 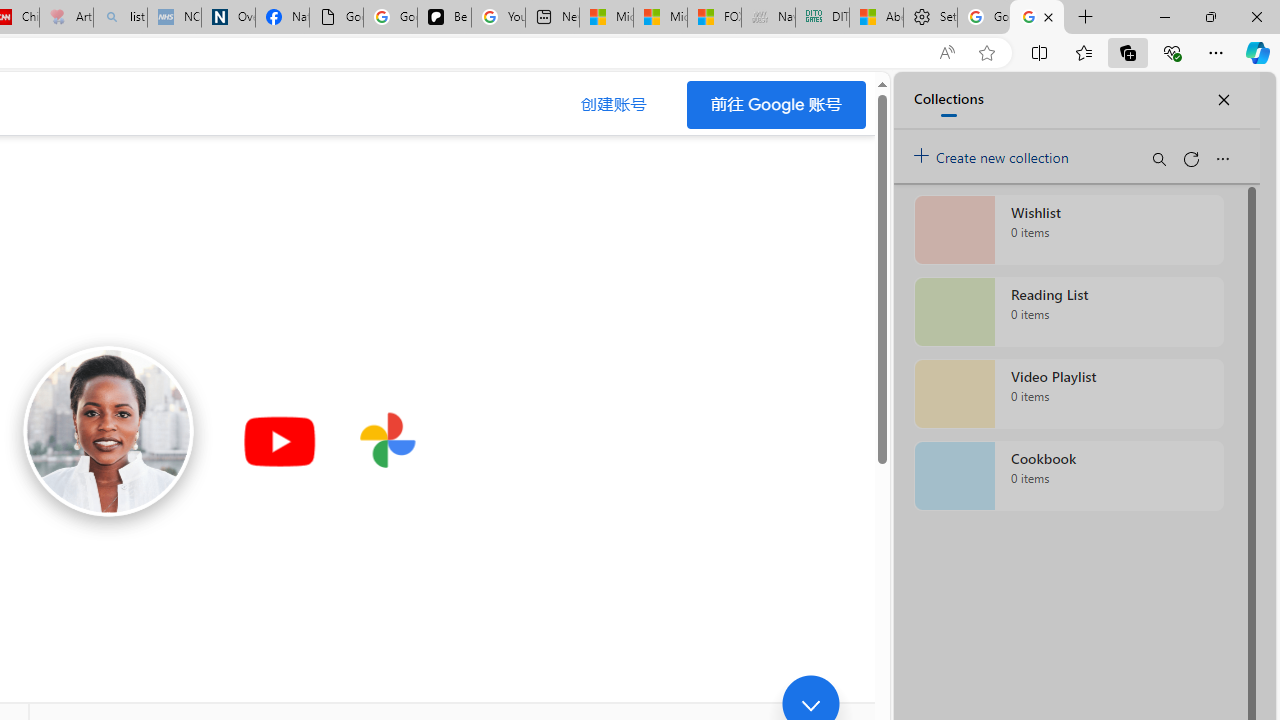 I want to click on 'Arthritis: Ask Health Professionals - Sleeping', so click(x=66, y=17).